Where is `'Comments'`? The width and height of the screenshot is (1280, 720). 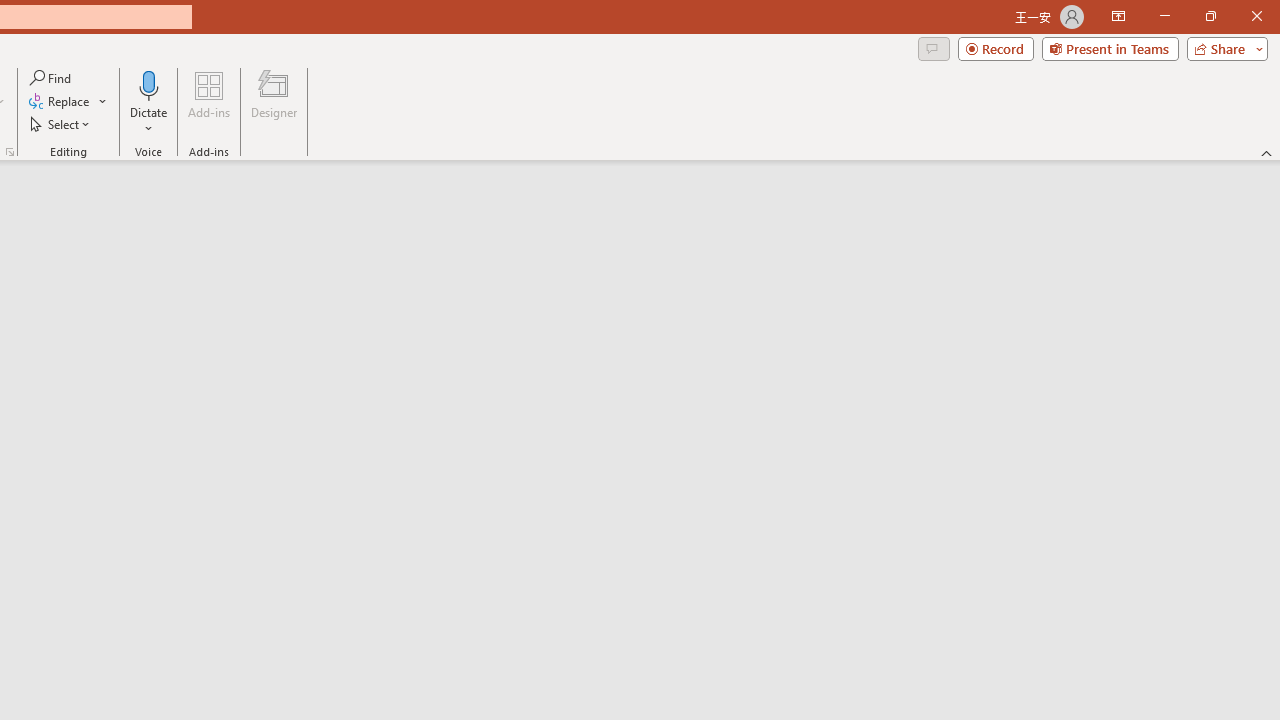
'Comments' is located at coordinates (932, 47).